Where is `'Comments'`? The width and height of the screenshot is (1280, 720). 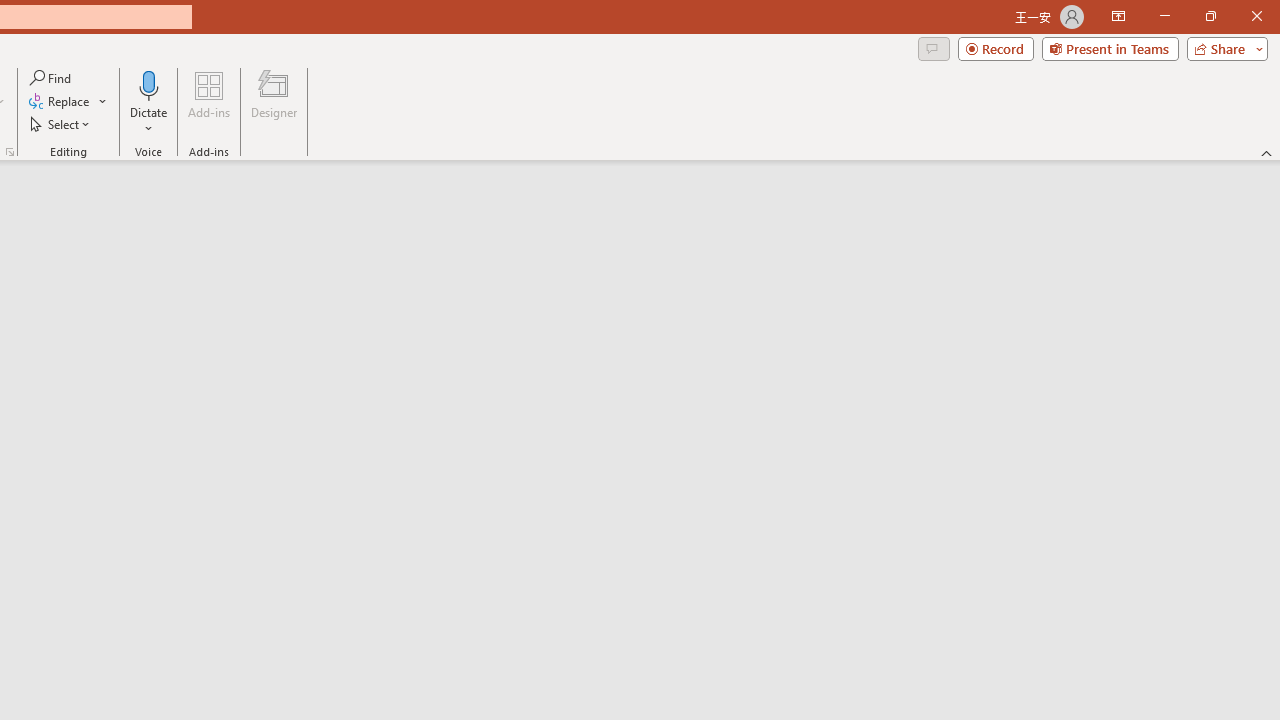
'Comments' is located at coordinates (932, 47).